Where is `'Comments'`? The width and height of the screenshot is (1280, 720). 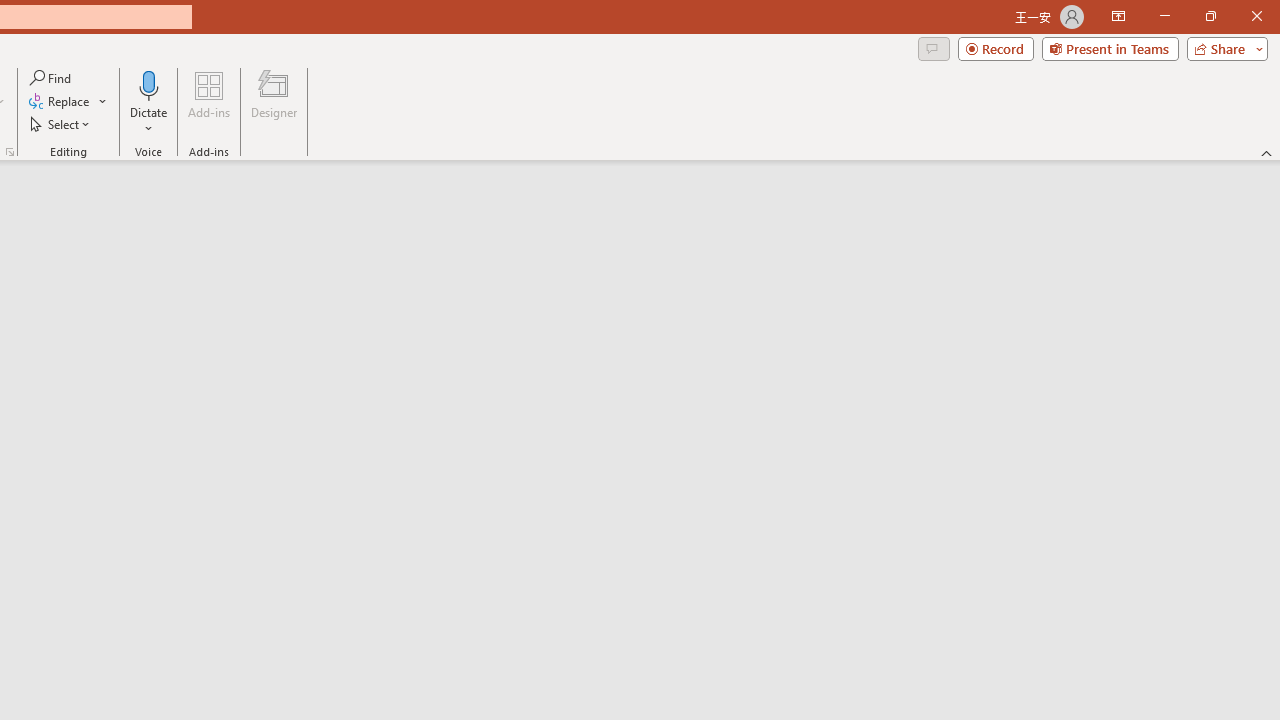
'Comments' is located at coordinates (932, 47).